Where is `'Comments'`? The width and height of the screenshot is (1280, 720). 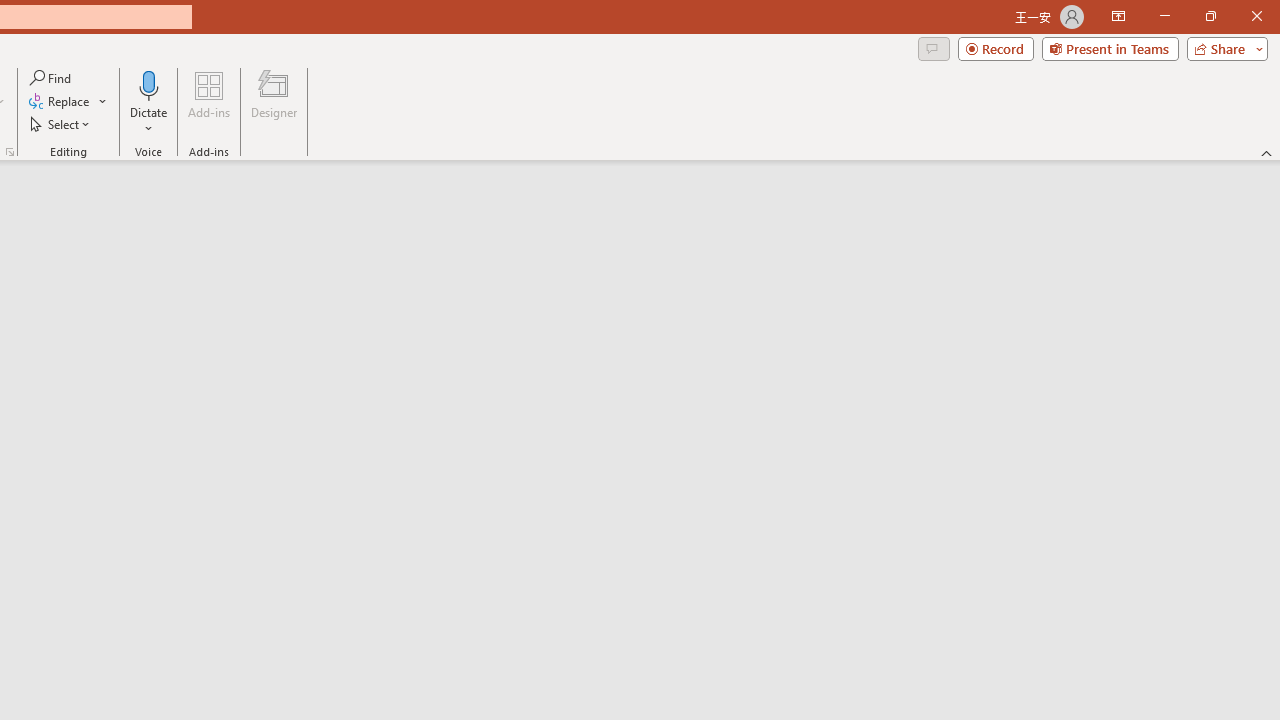
'Comments' is located at coordinates (932, 47).